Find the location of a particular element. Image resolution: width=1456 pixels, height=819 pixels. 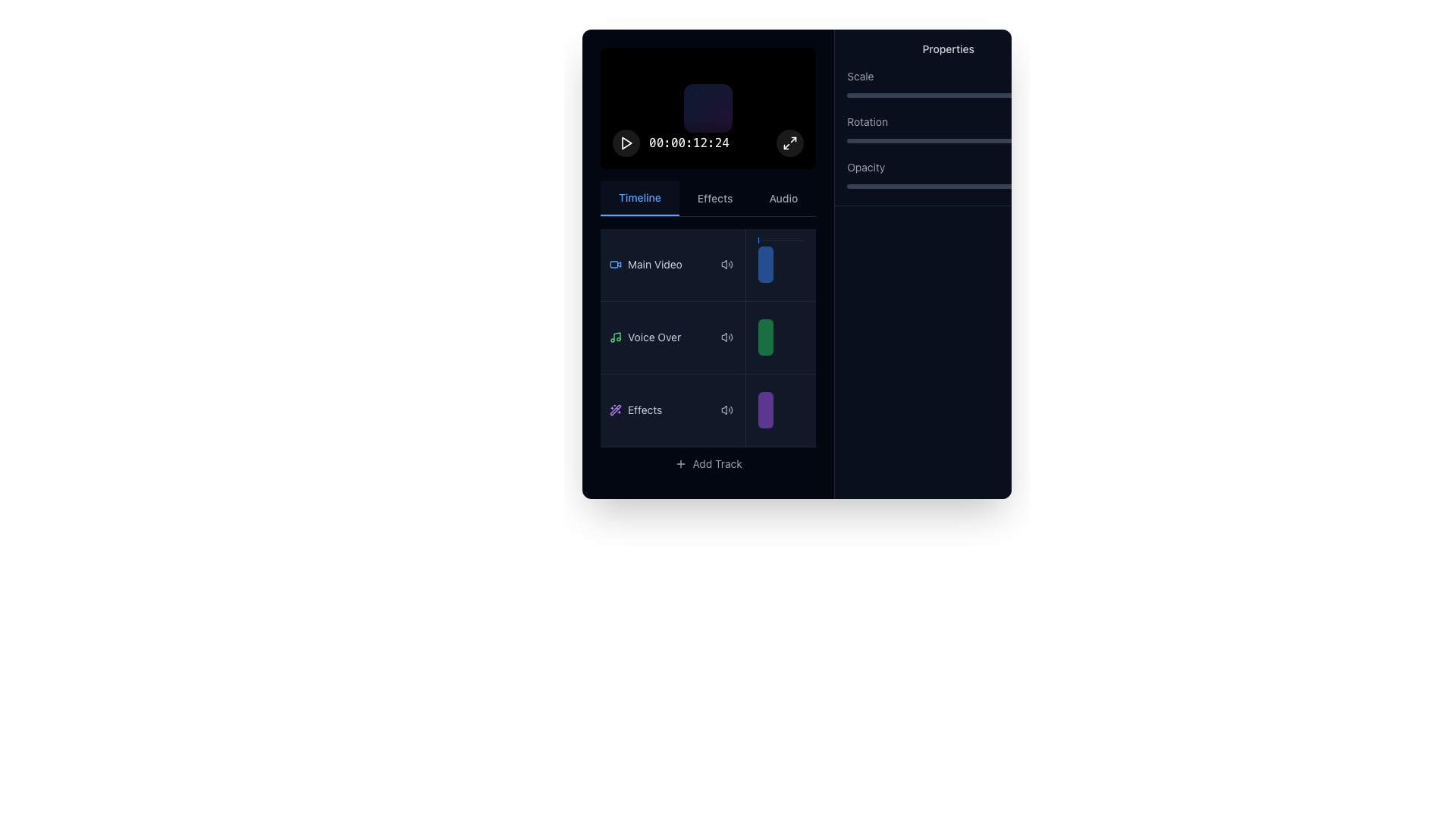

text label displaying 'Voice Over', which is styled with a small font size and light gray color, located in the timeline panel under the 'Main Video' track listing is located at coordinates (654, 337).